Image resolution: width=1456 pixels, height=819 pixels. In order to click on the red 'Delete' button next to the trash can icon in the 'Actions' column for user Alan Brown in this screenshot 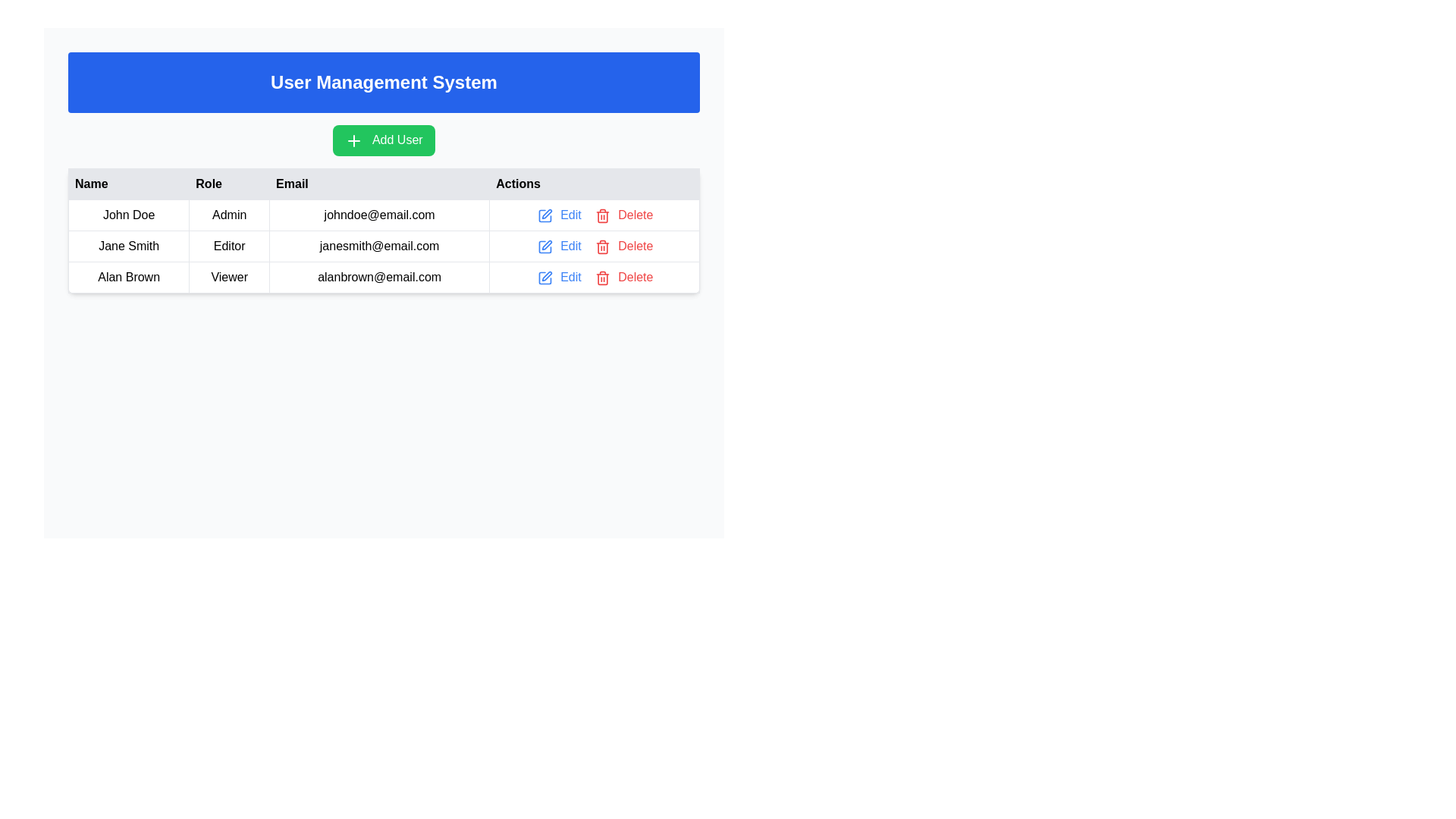, I will do `click(623, 277)`.